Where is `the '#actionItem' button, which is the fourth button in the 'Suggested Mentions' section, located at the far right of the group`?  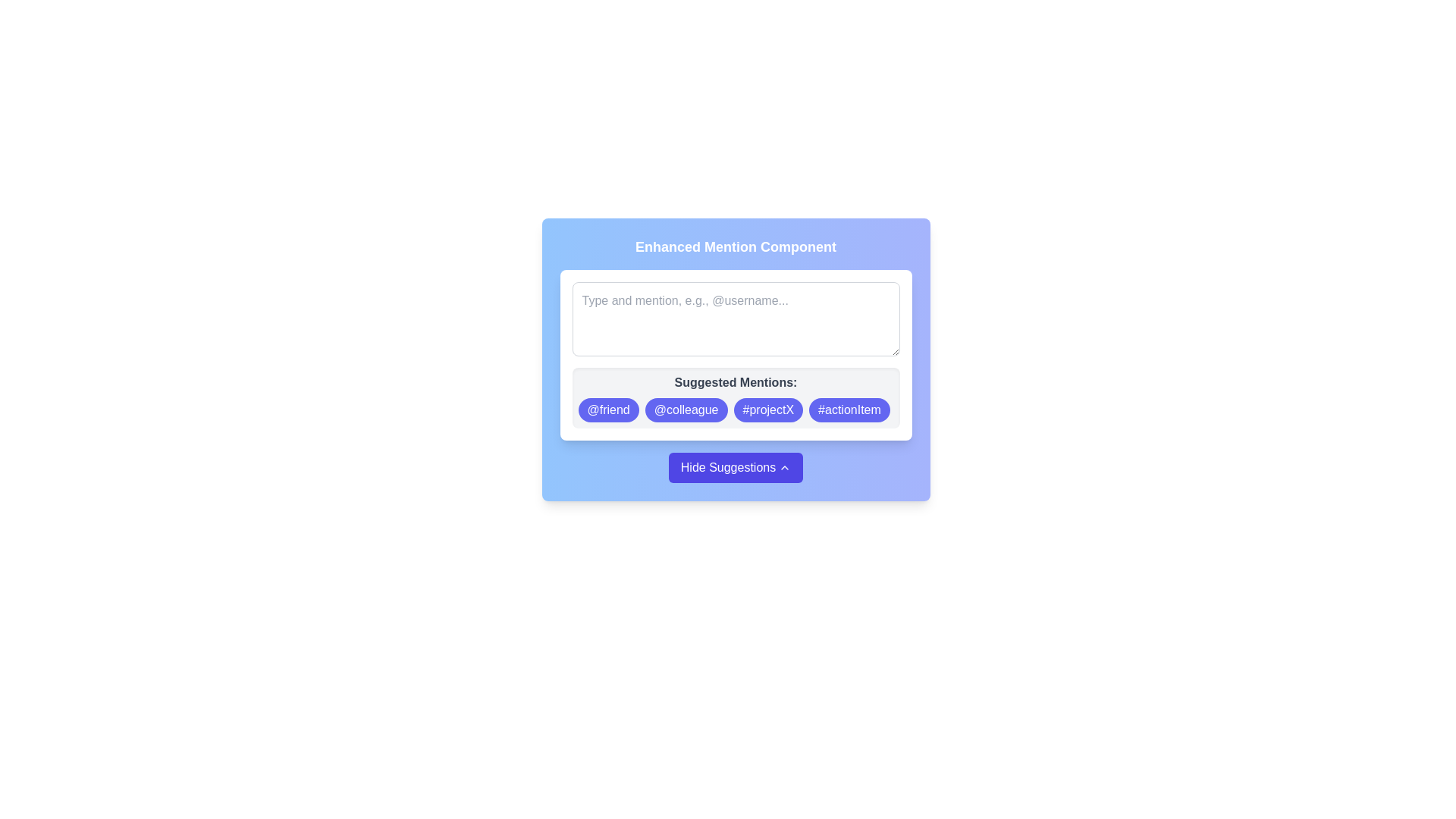
the '#actionItem' button, which is the fourth button in the 'Suggested Mentions' section, located at the far right of the group is located at coordinates (849, 409).